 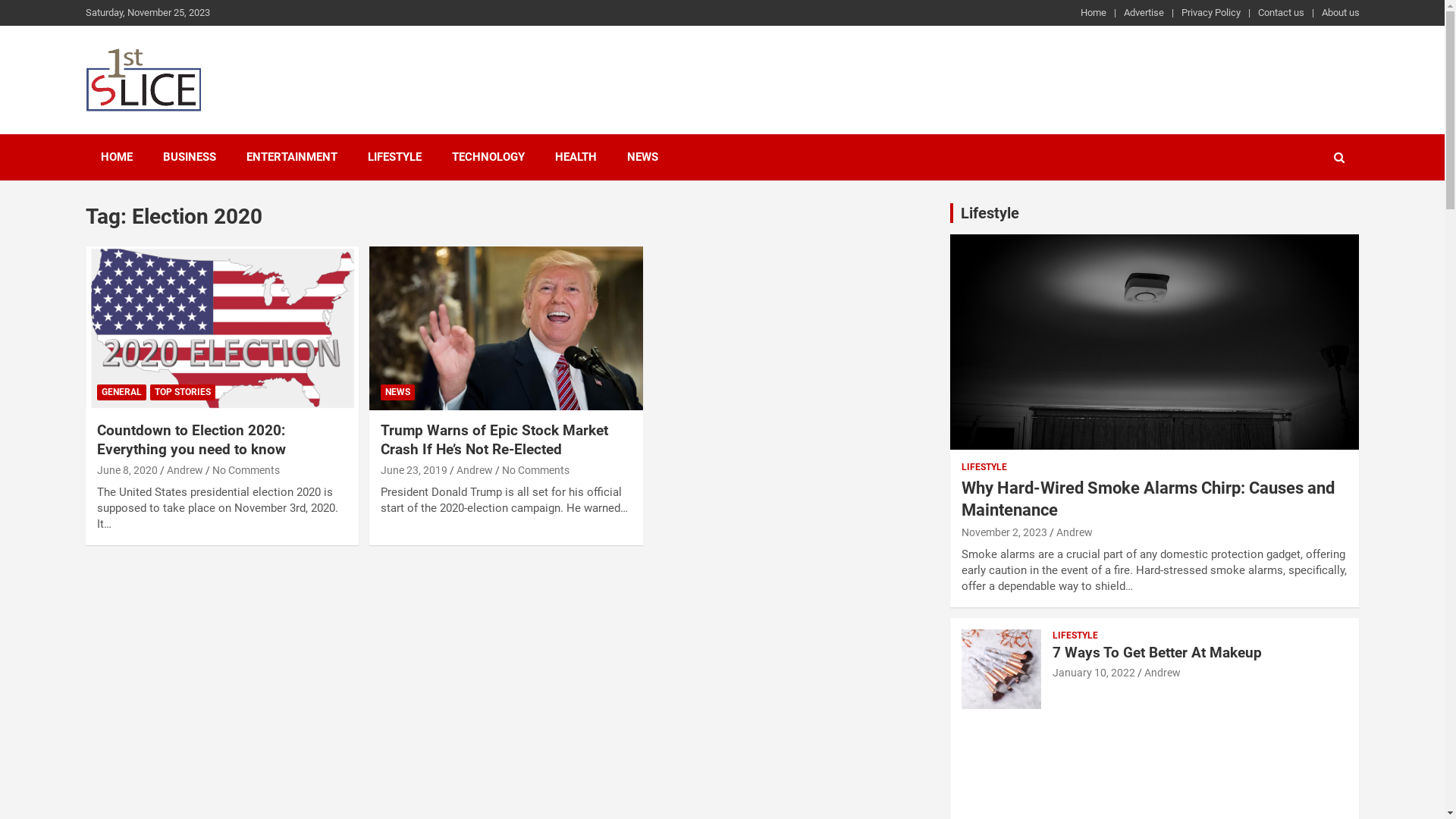 I want to click on 'HOME', so click(x=115, y=157).